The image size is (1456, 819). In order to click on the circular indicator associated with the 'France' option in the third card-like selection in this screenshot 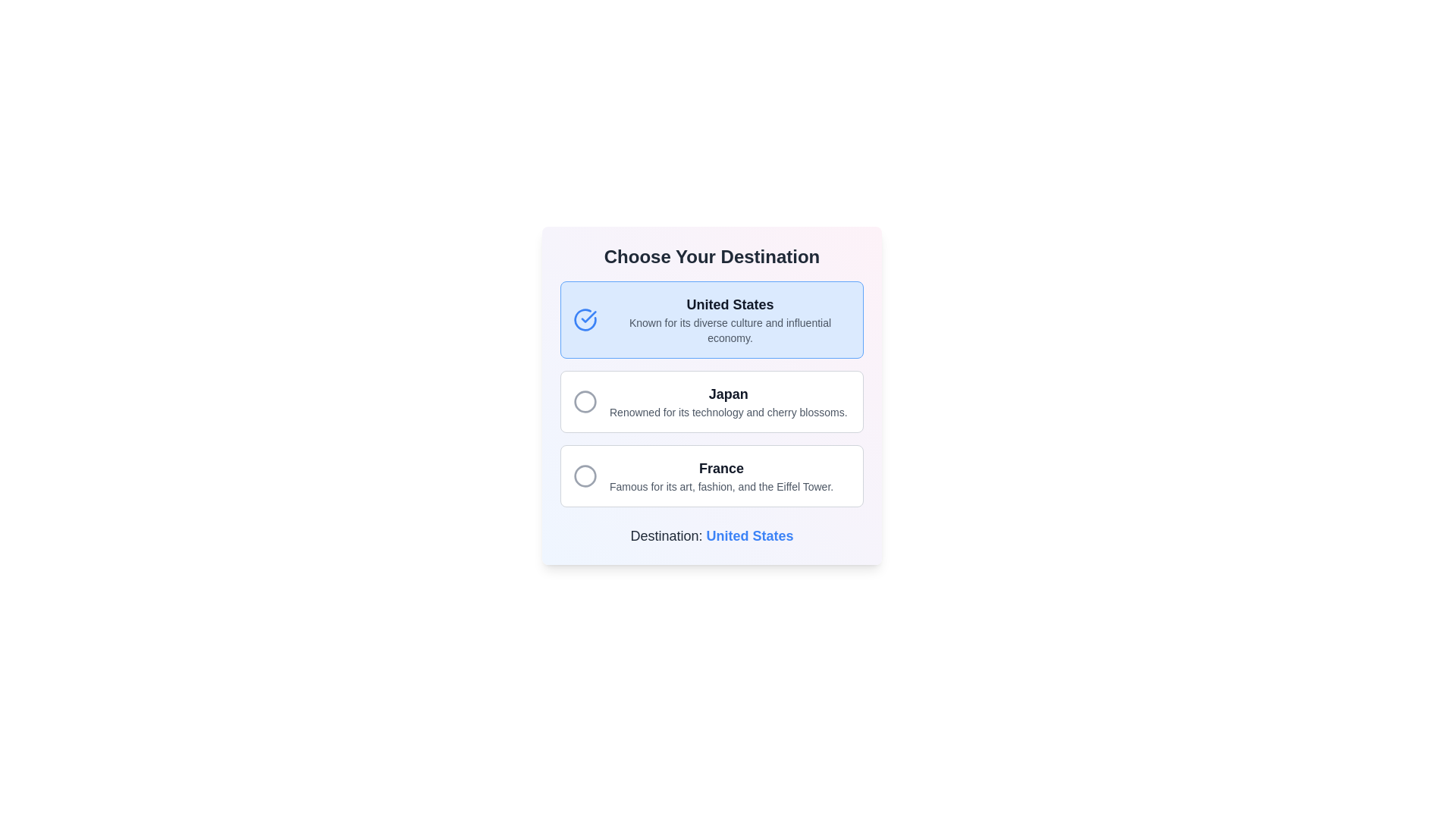, I will do `click(590, 475)`.